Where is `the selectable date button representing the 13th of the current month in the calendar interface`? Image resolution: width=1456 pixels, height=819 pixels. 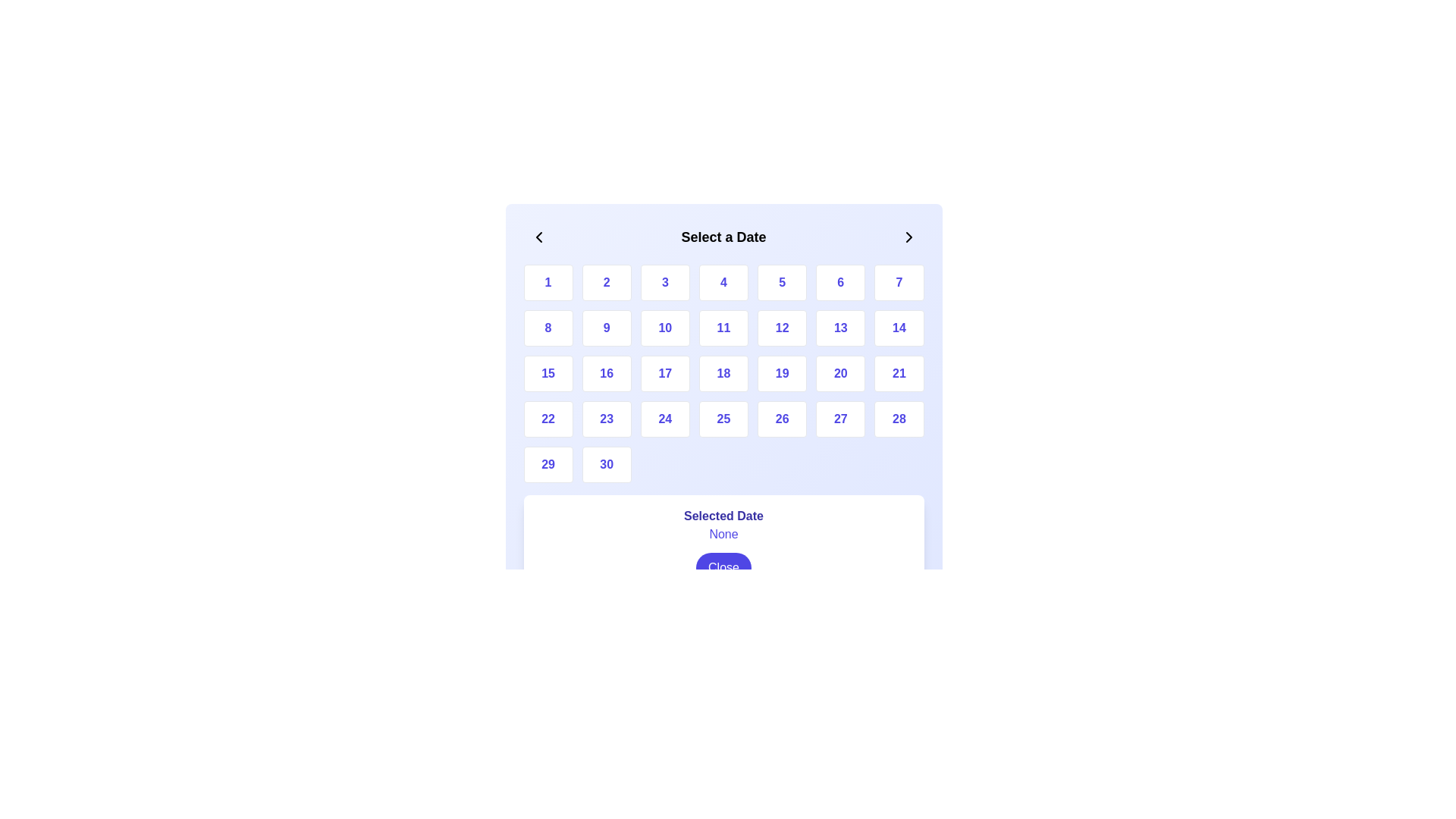 the selectable date button representing the 13th of the current month in the calendar interface is located at coordinates (839, 327).